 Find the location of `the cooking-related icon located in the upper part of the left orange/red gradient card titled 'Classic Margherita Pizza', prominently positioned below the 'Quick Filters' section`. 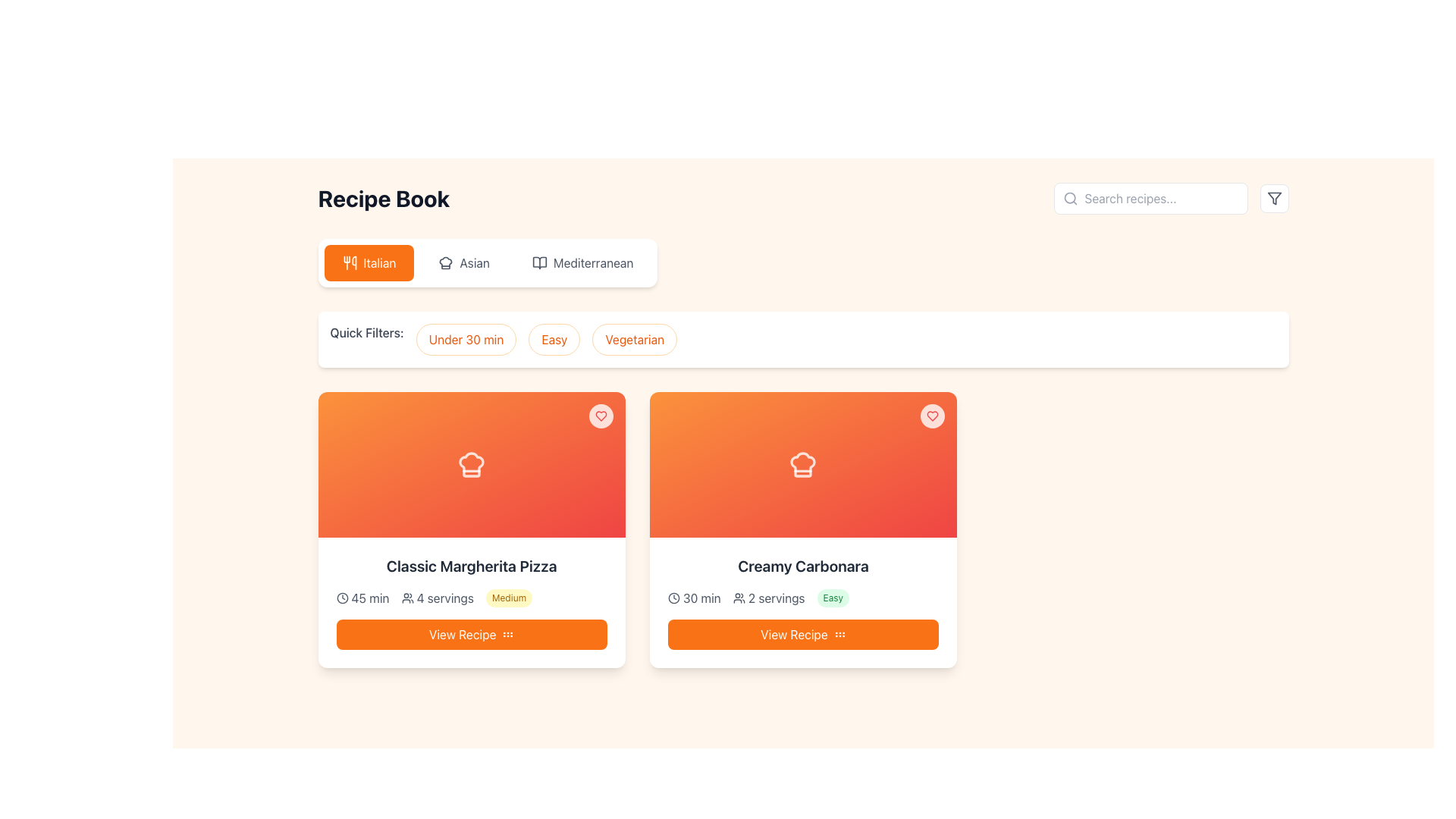

the cooking-related icon located in the upper part of the left orange/red gradient card titled 'Classic Margherita Pizza', prominently positioned below the 'Quick Filters' section is located at coordinates (471, 464).